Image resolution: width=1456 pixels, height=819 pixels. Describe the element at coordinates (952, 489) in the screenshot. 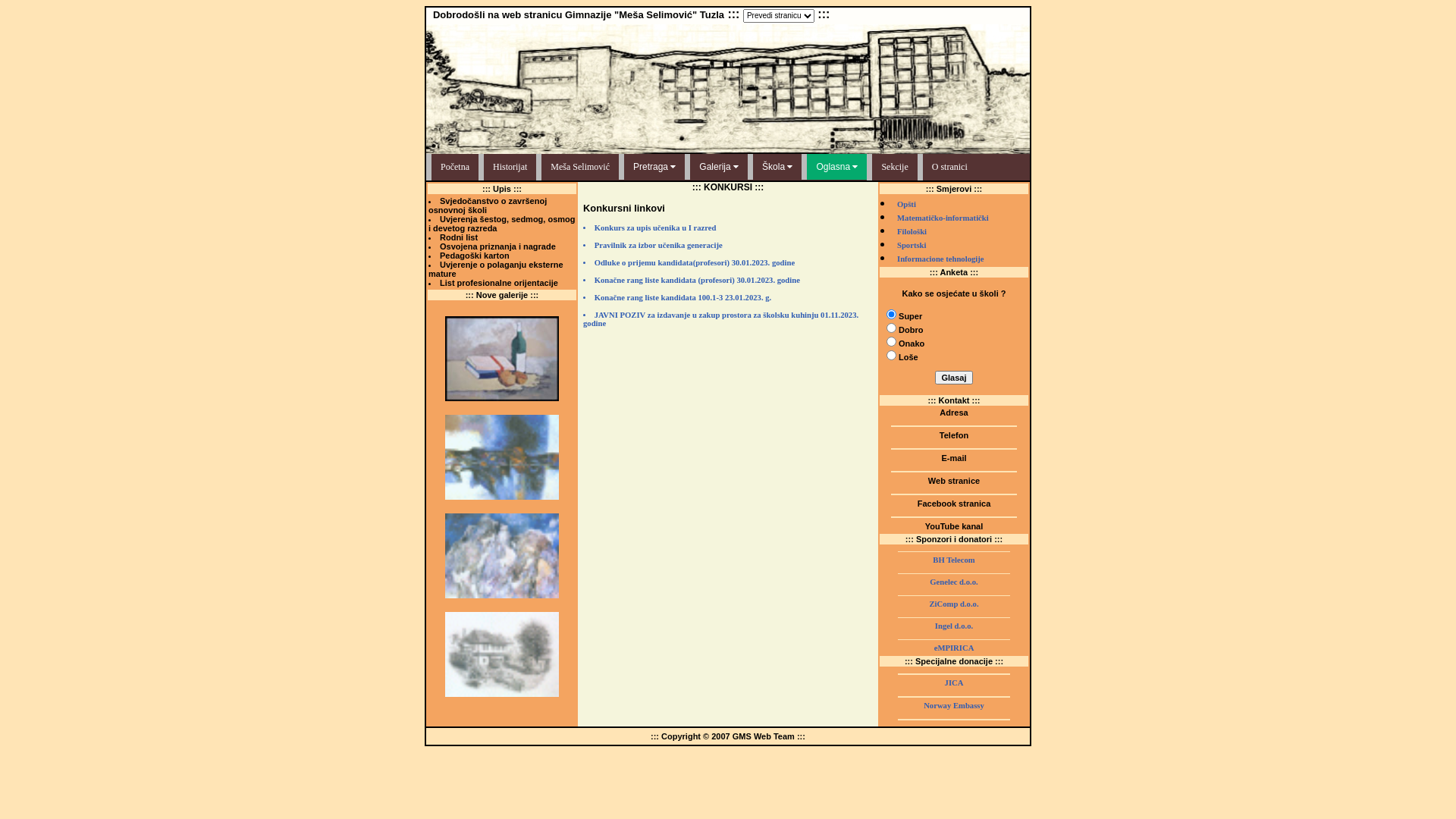

I see `'www.gmstz.com.ba'` at that location.